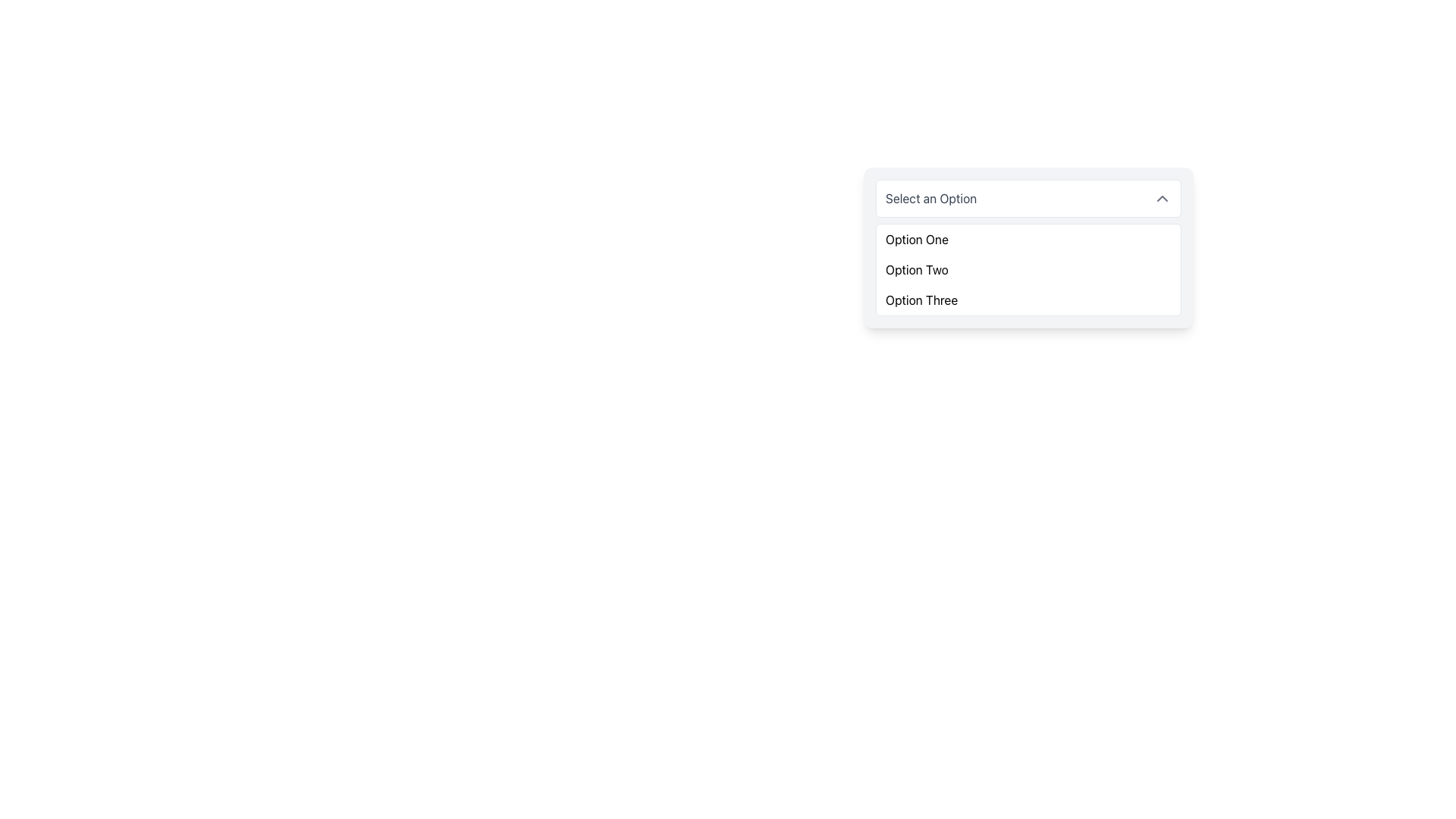  I want to click on the text label displaying 'Option Two', so click(916, 268).